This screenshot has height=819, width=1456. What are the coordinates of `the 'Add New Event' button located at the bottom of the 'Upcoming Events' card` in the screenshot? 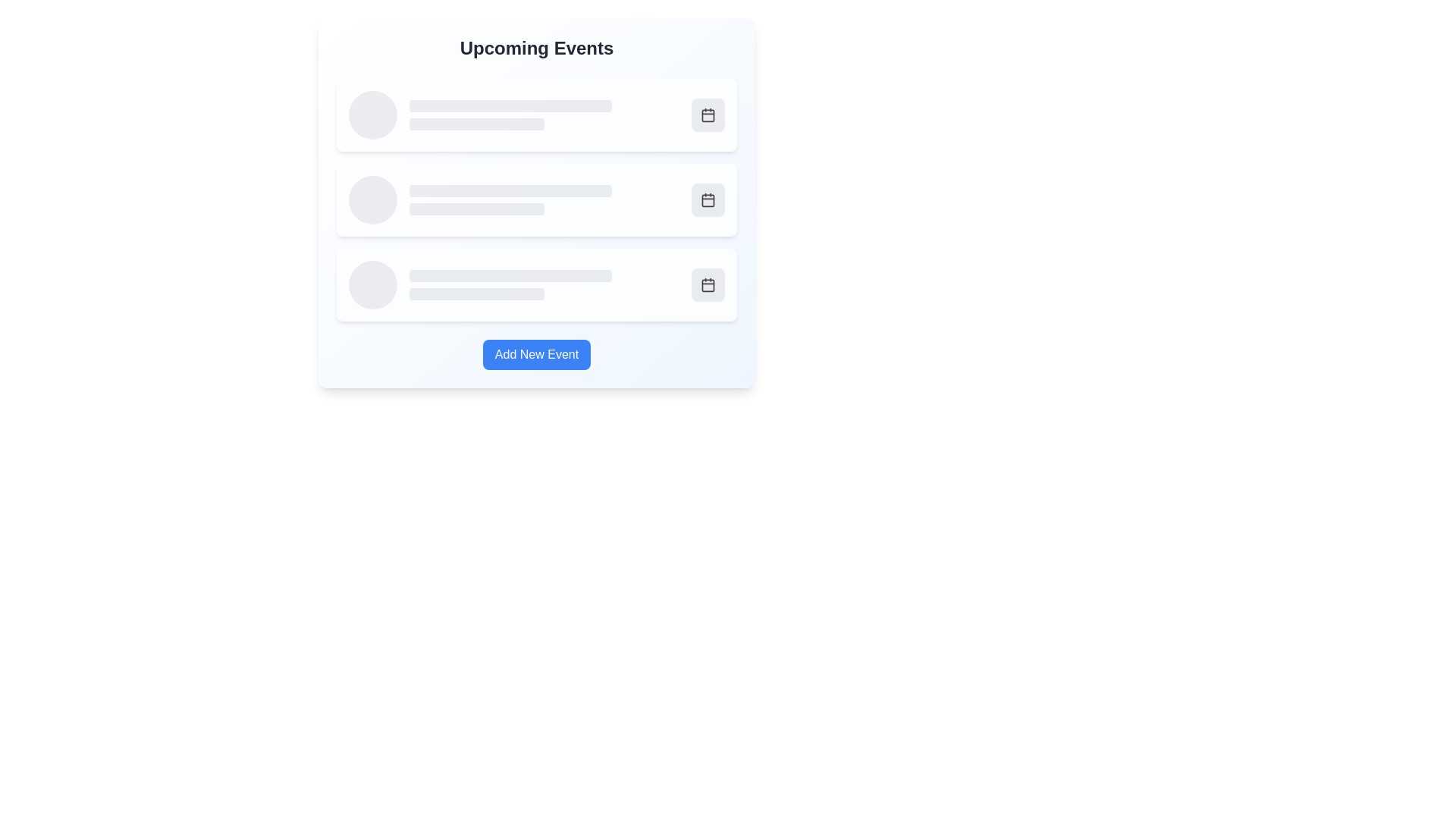 It's located at (537, 354).